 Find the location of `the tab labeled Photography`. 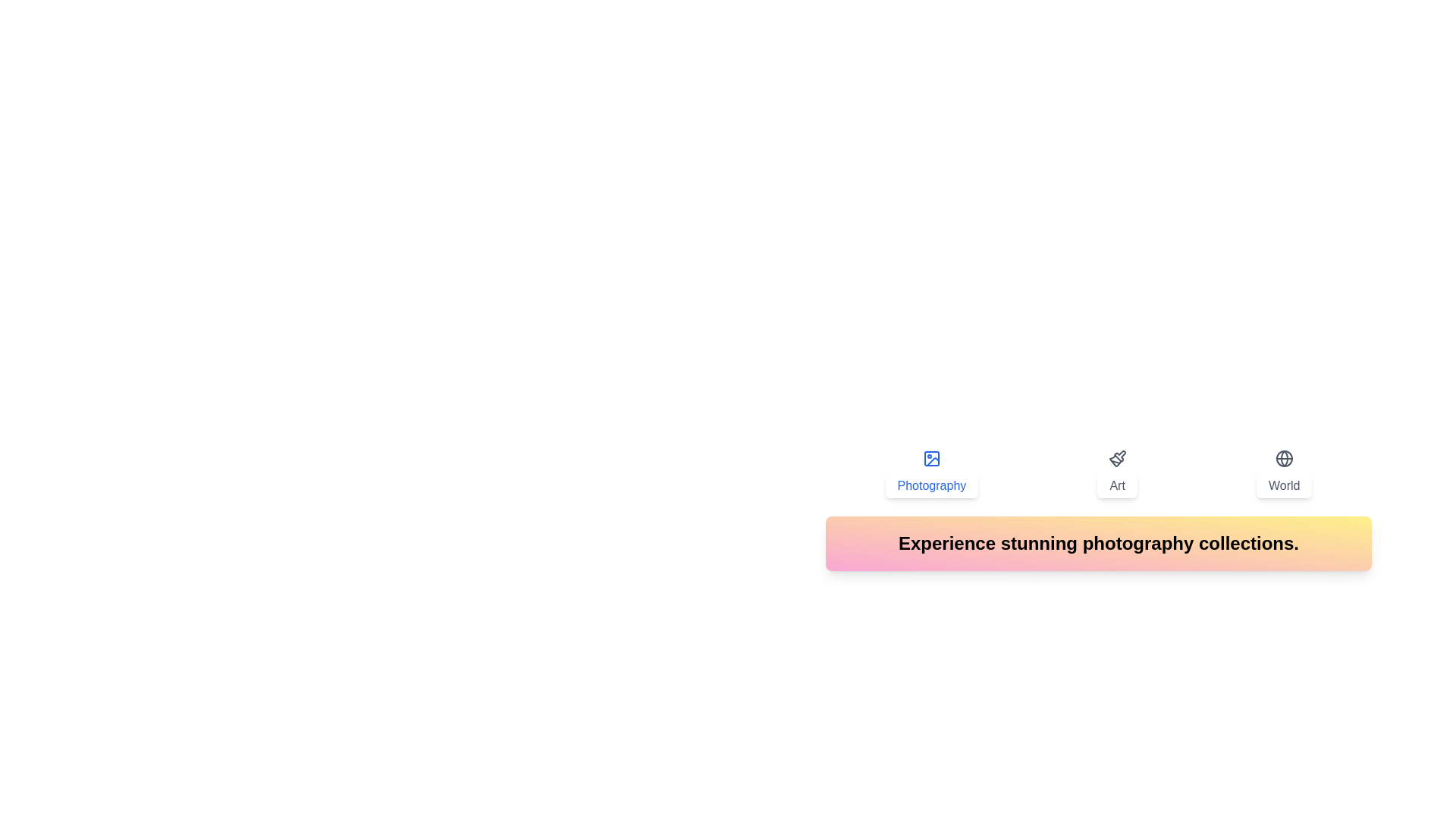

the tab labeled Photography is located at coordinates (930, 472).